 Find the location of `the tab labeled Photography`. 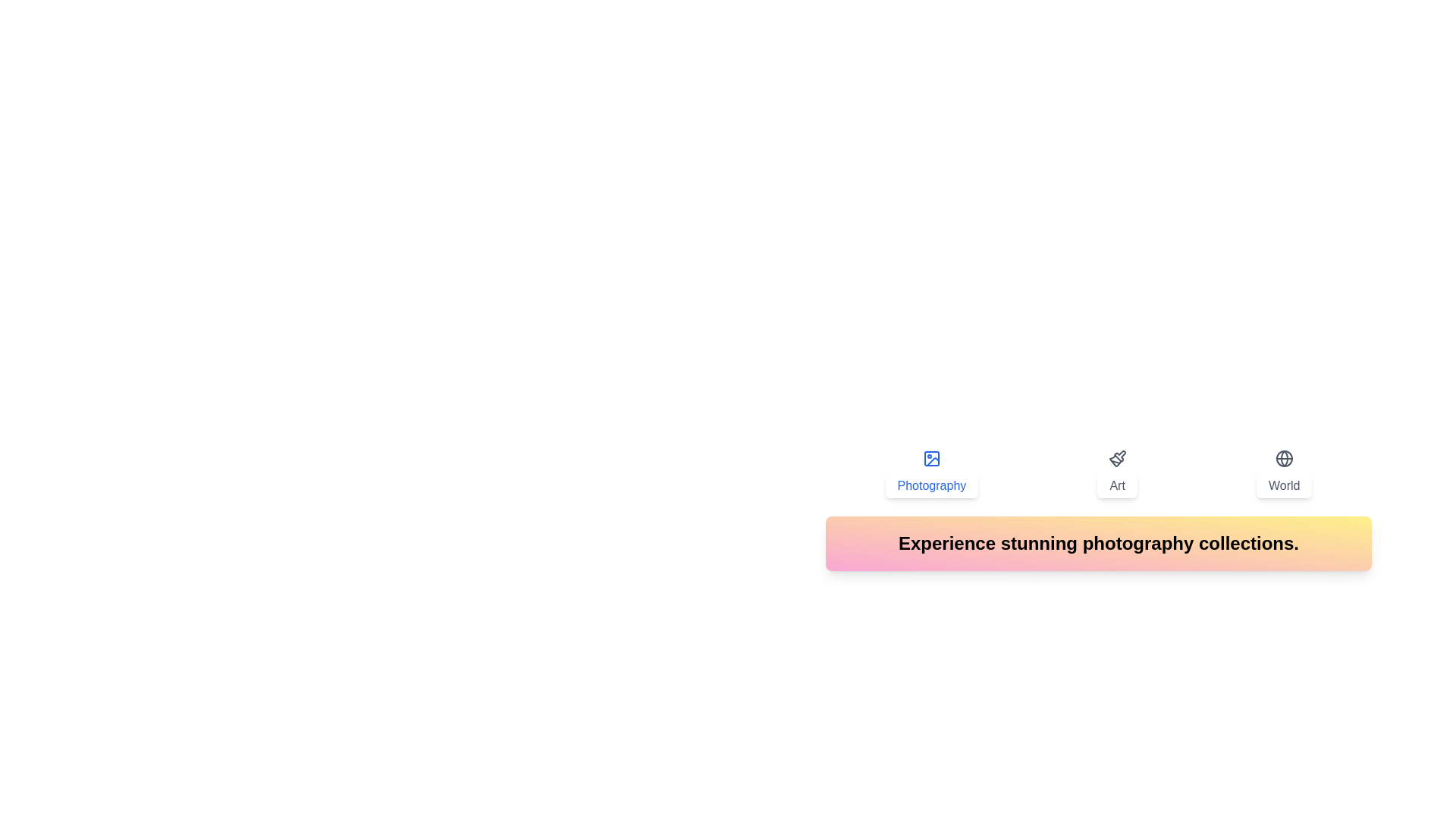

the tab labeled Photography is located at coordinates (930, 472).